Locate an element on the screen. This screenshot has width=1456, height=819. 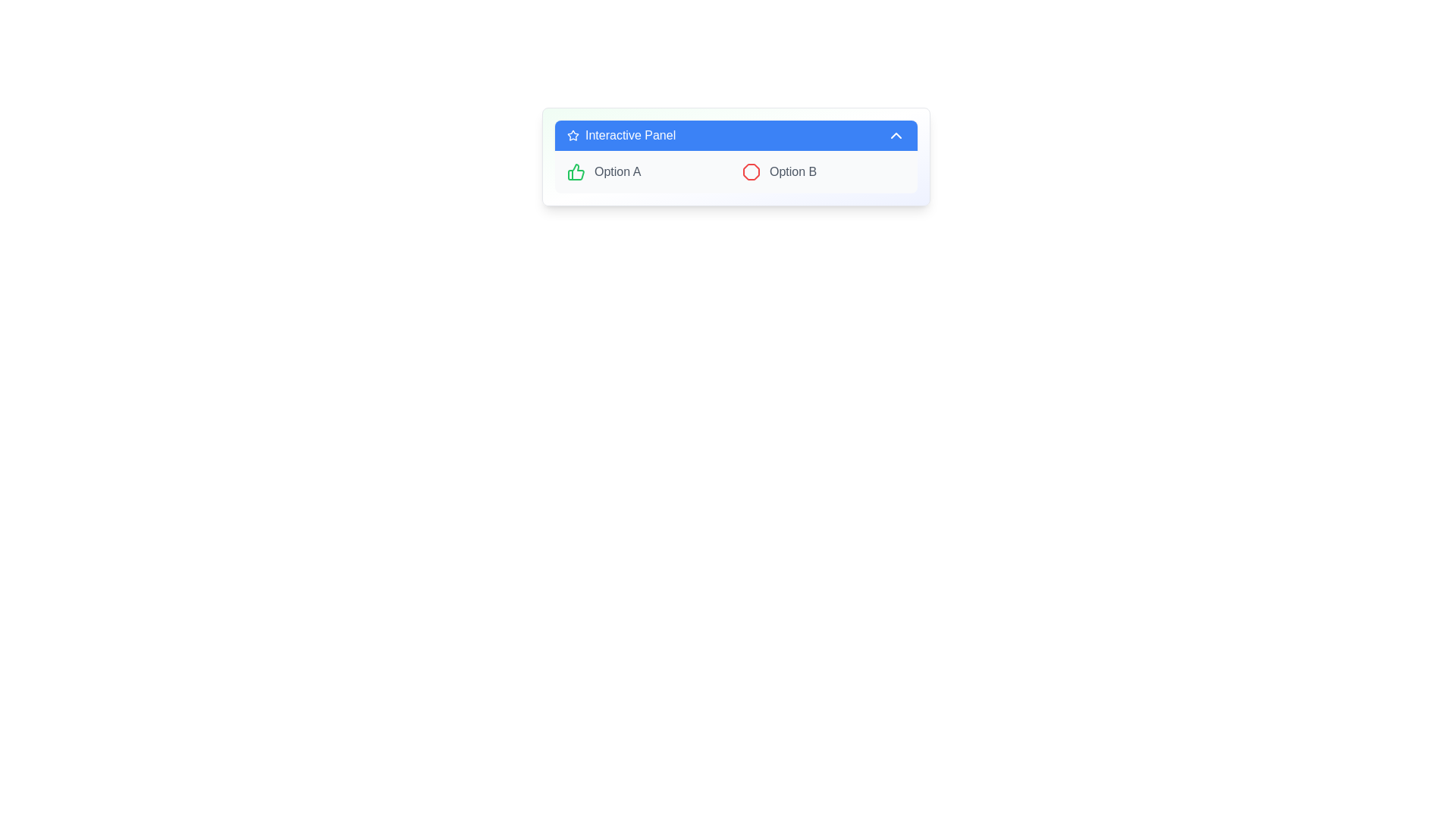
the warning icon located in the secondary panel, which is the second option in a horizontal list of icon-text pairs, positioned immediately to the right of the green thumbs-up icon and 'Option A' label is located at coordinates (751, 171).